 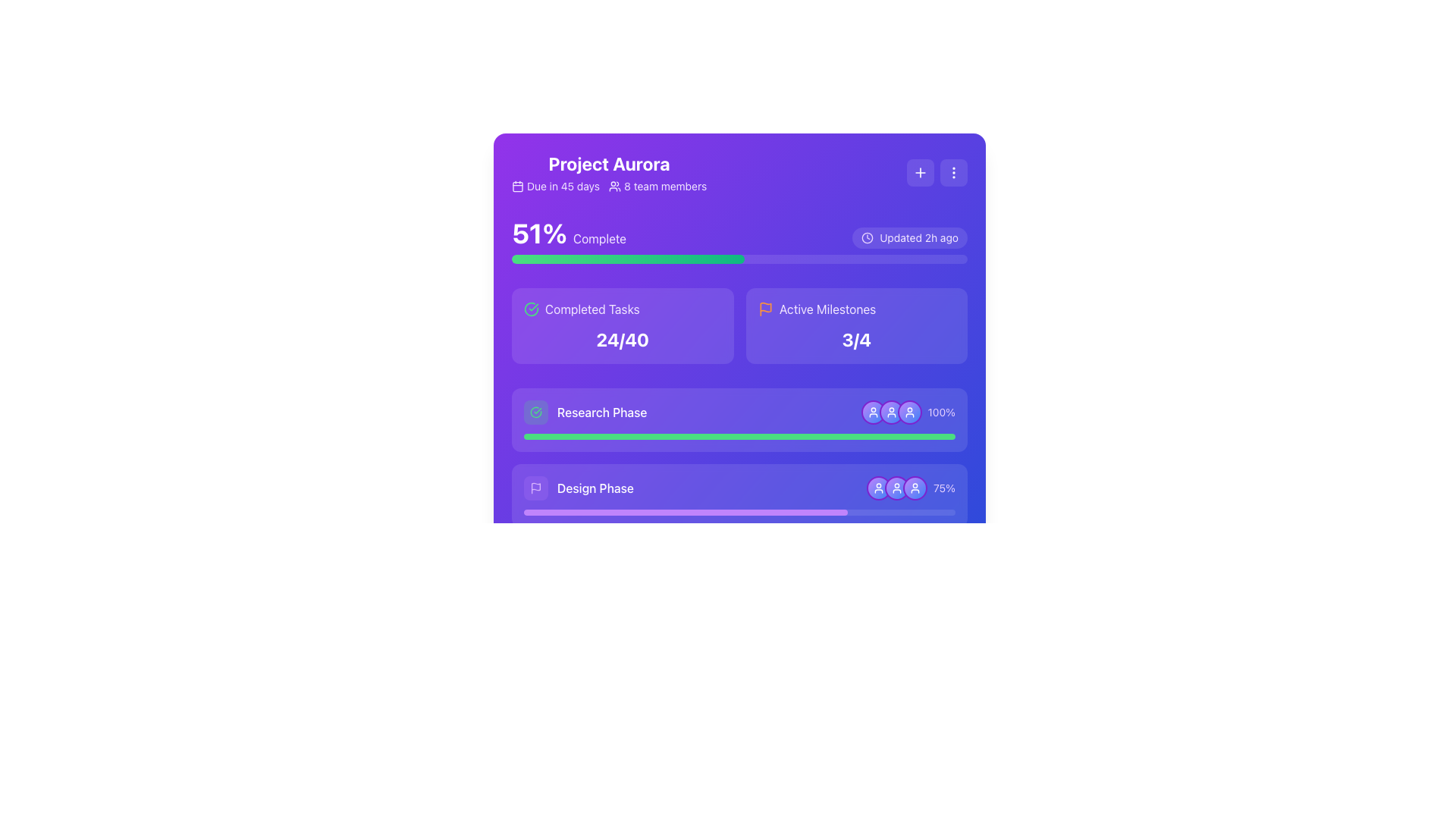 I want to click on the button located at the top-right corner of the 'Project Aurora' card to change its background color, so click(x=952, y=171).